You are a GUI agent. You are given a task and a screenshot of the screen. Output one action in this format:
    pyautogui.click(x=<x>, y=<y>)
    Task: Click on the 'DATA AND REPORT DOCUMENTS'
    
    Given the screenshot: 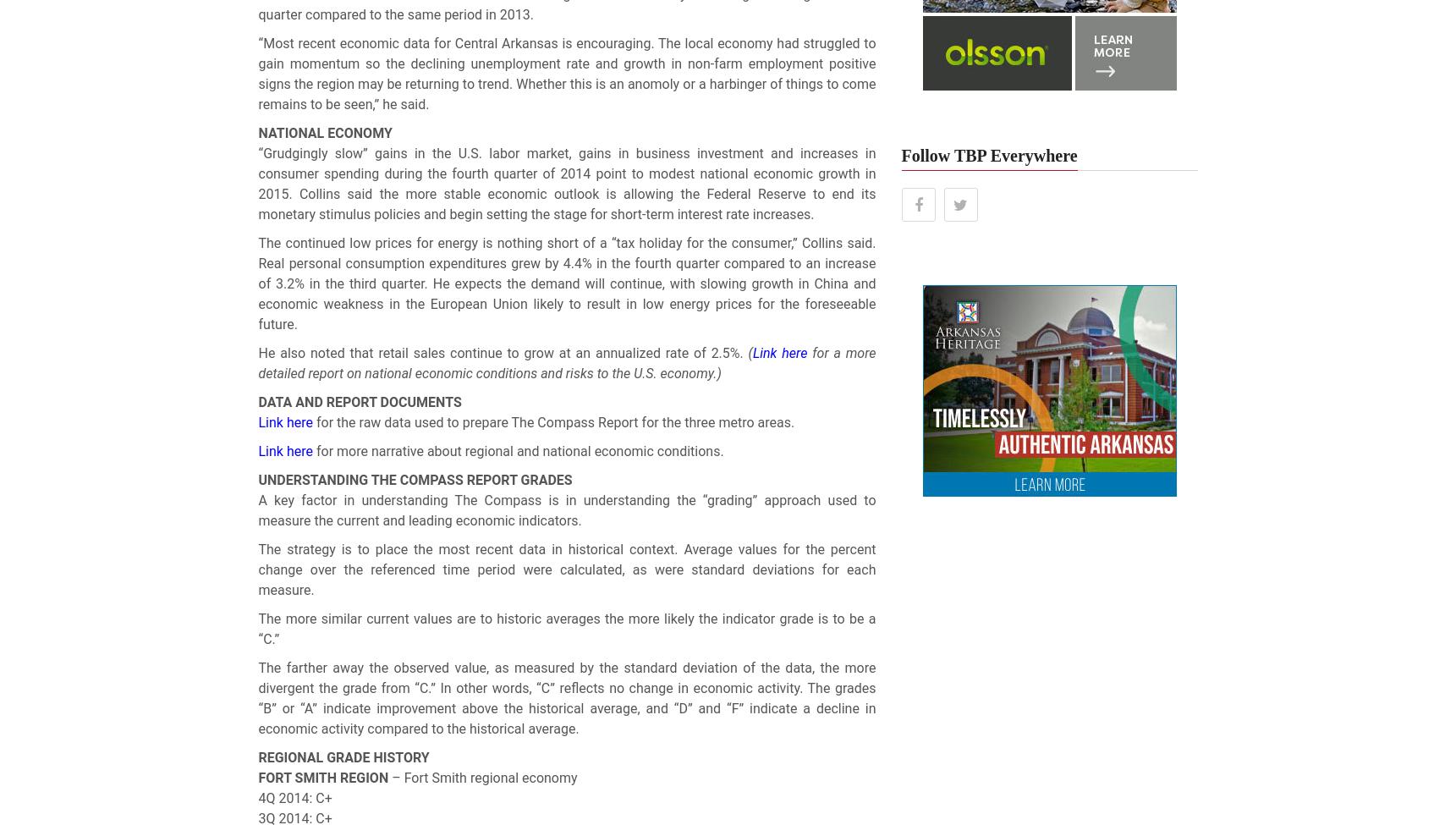 What is the action you would take?
    pyautogui.click(x=358, y=402)
    